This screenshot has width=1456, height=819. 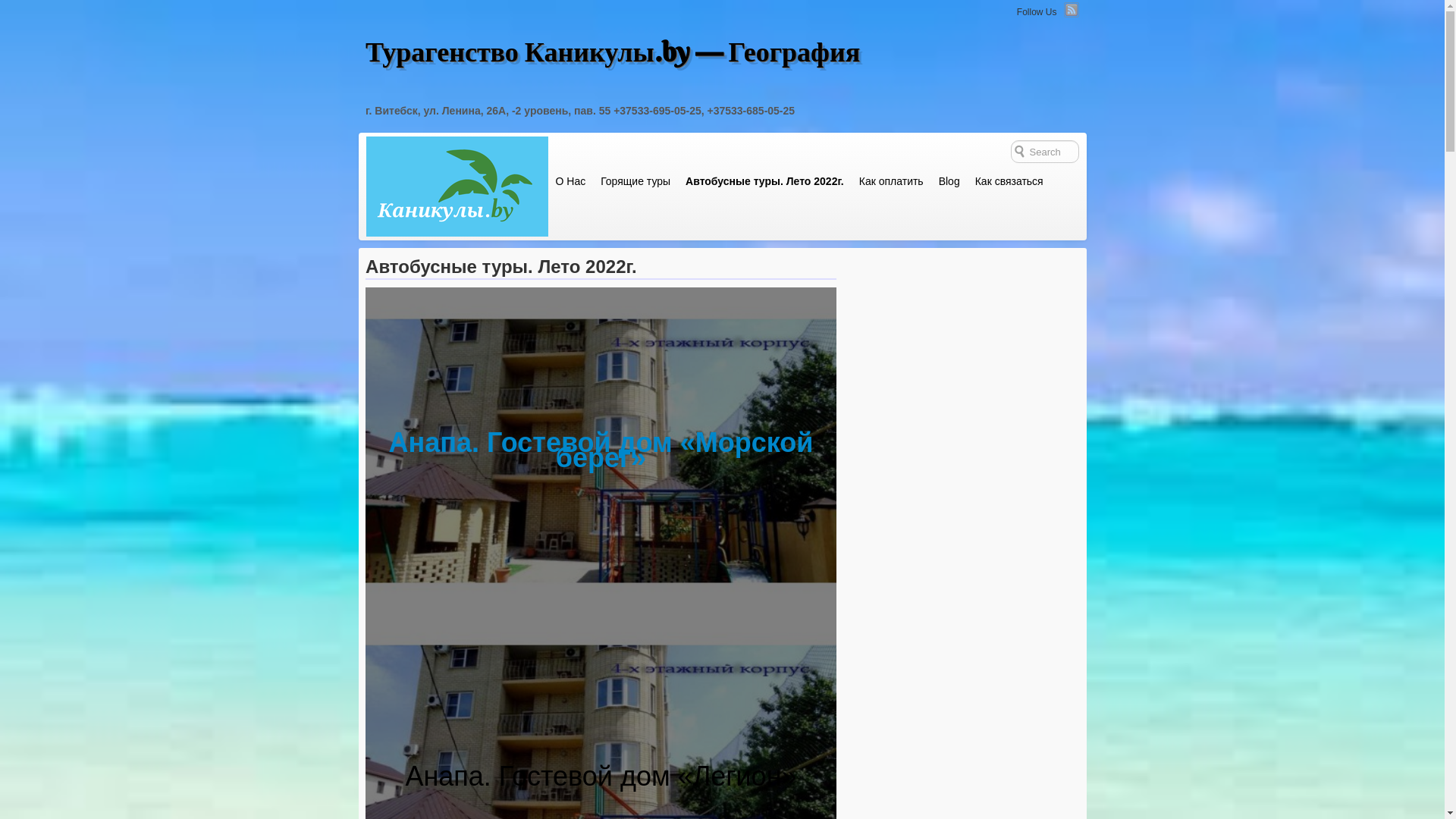 What do you see at coordinates (930, 180) in the screenshot?
I see `'Blog'` at bounding box center [930, 180].